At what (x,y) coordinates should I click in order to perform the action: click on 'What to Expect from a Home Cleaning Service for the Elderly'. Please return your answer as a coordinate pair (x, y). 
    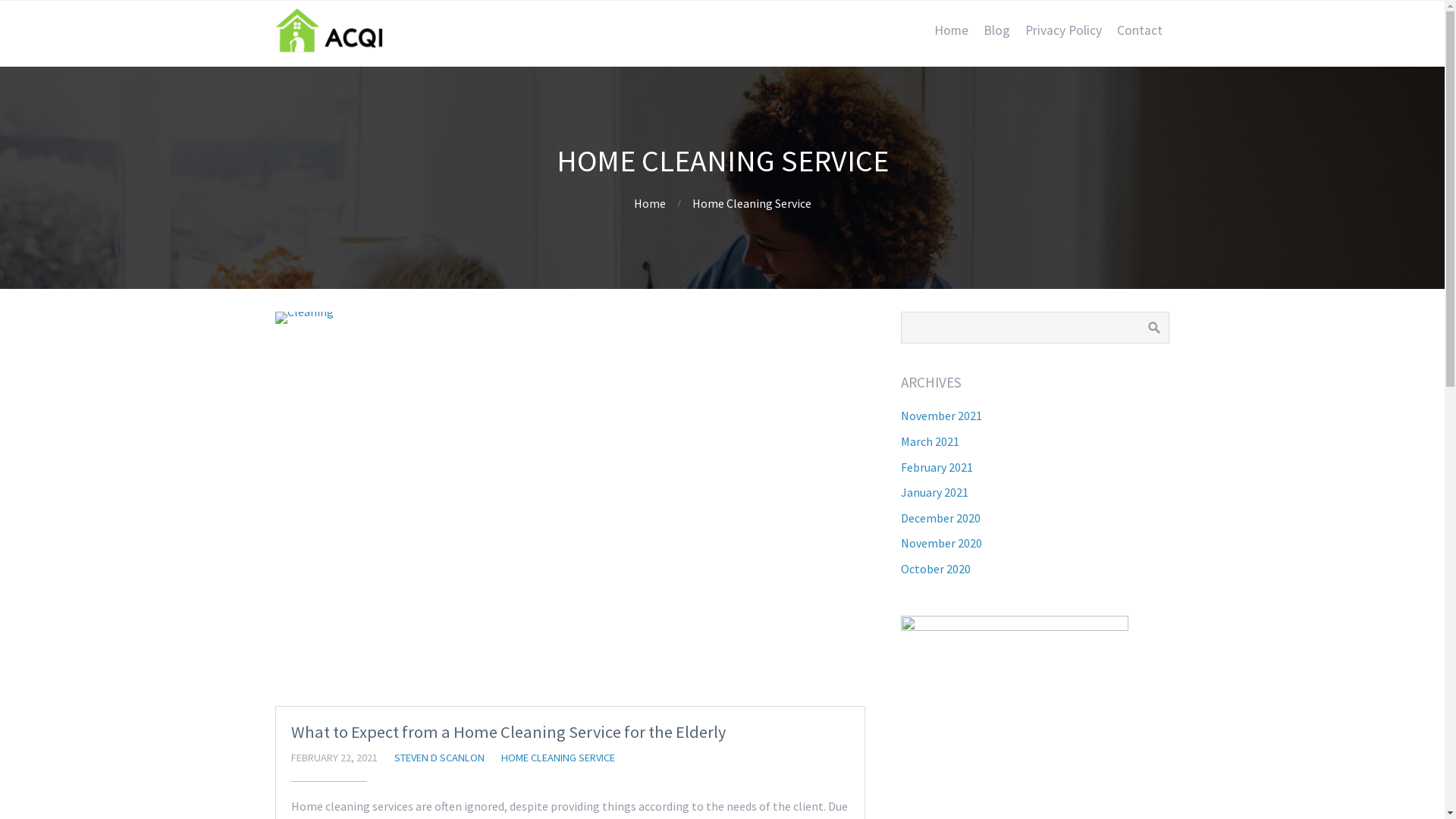
    Looking at the image, I should click on (291, 730).